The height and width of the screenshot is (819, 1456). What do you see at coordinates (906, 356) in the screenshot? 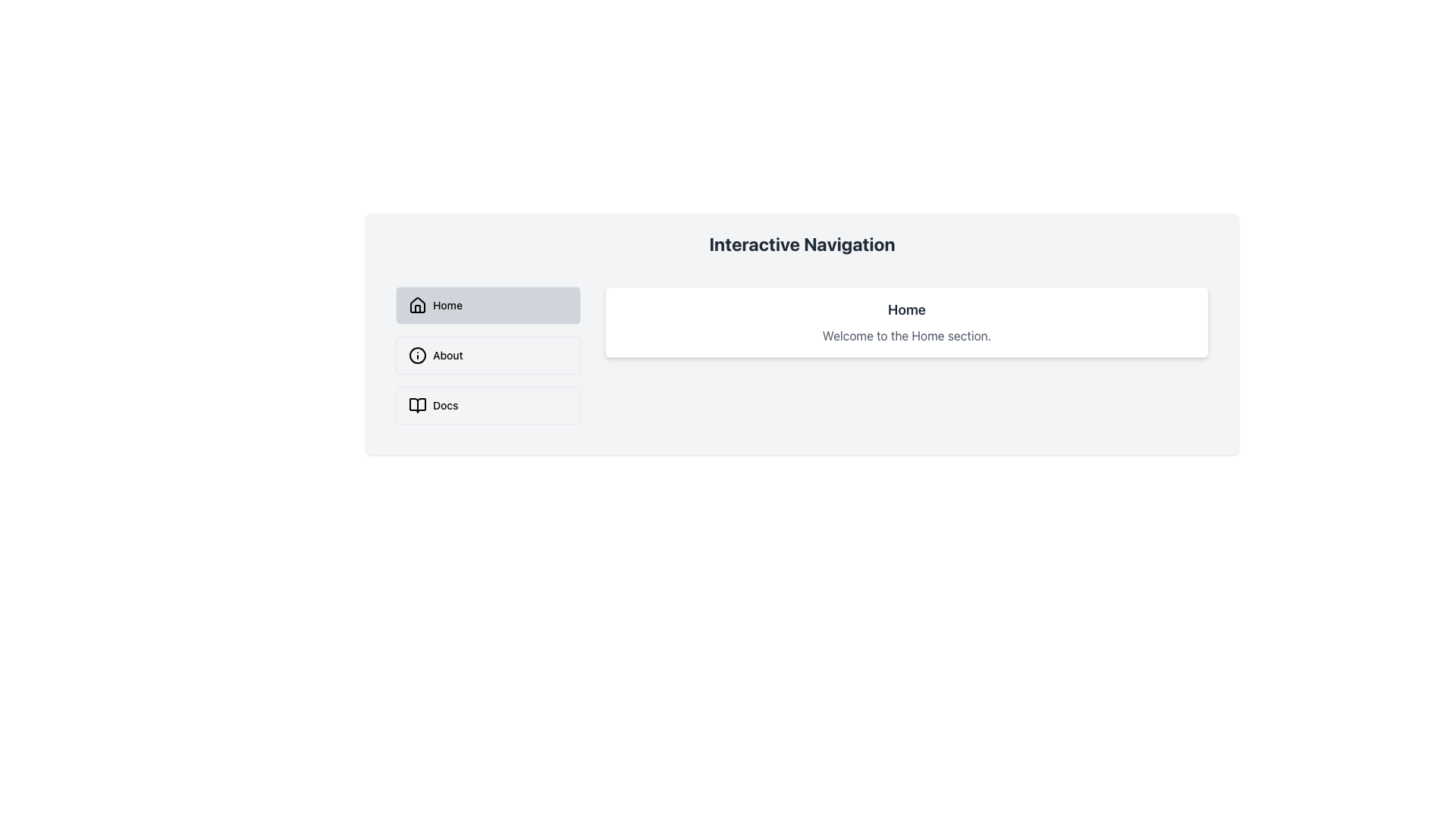
I see `displayed information from the Text block titled 'Home' which contains the description 'Welcome to the Home section.'` at bounding box center [906, 356].